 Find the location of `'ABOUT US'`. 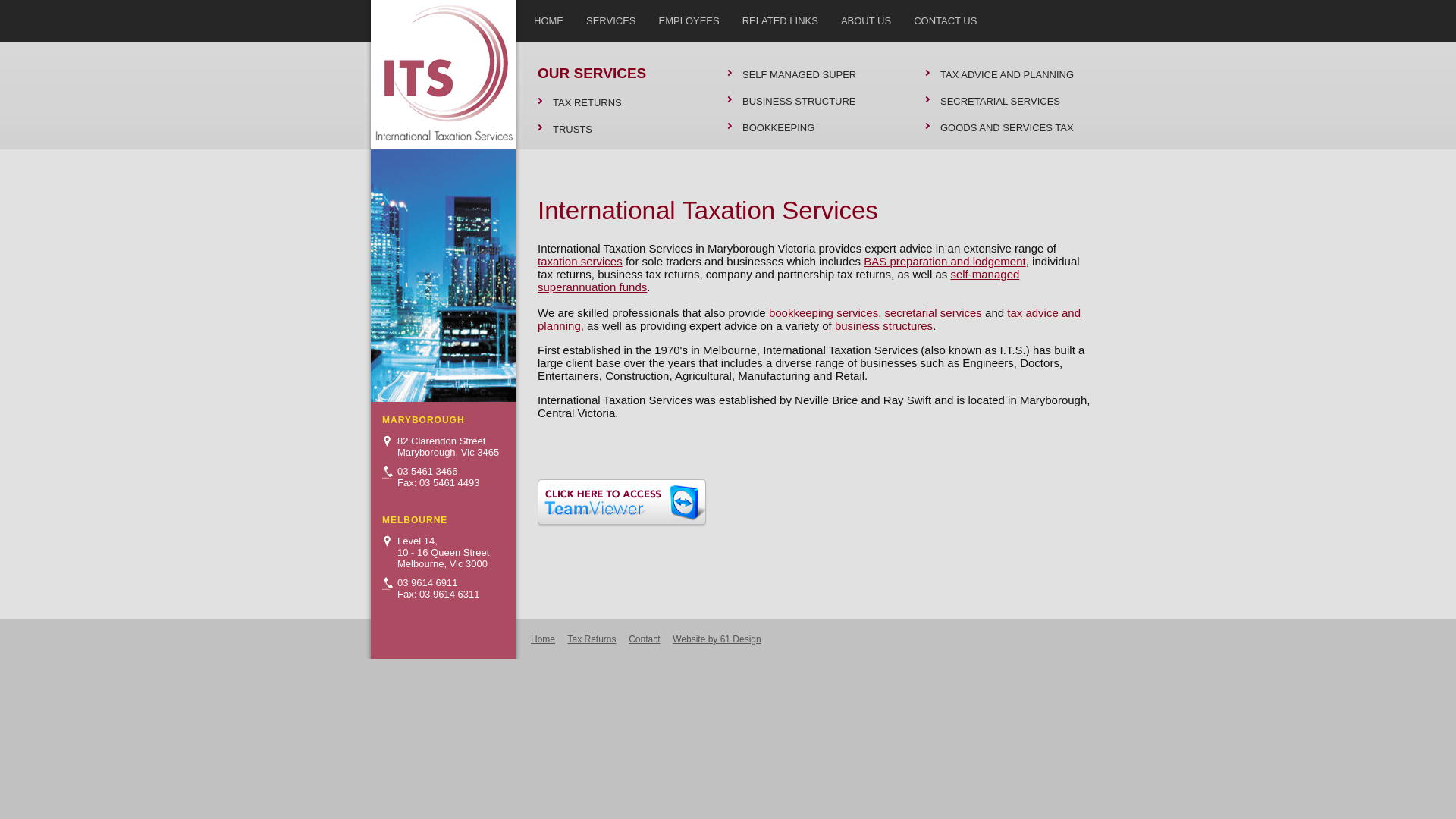

'ABOUT US' is located at coordinates (866, 18).